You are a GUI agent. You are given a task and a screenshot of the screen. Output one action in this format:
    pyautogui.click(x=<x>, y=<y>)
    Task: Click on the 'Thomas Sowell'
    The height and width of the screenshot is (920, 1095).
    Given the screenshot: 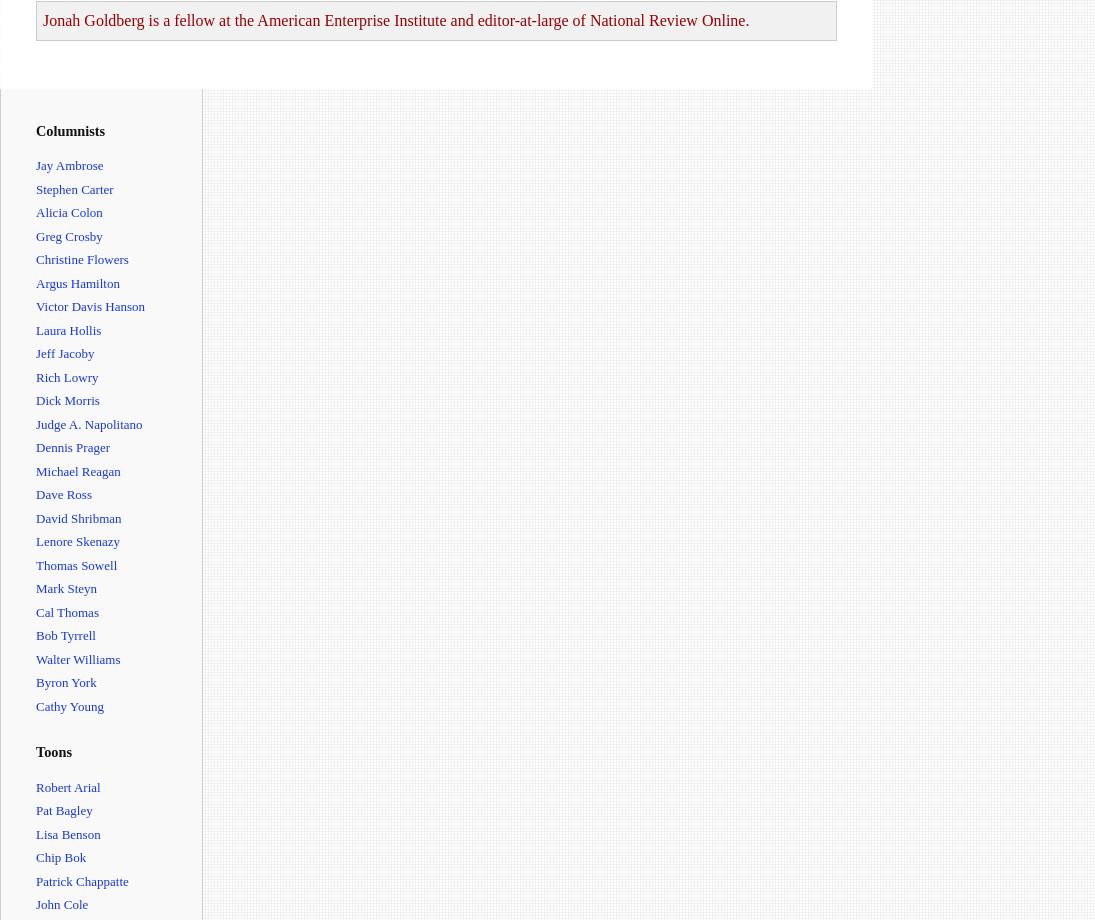 What is the action you would take?
    pyautogui.click(x=75, y=564)
    